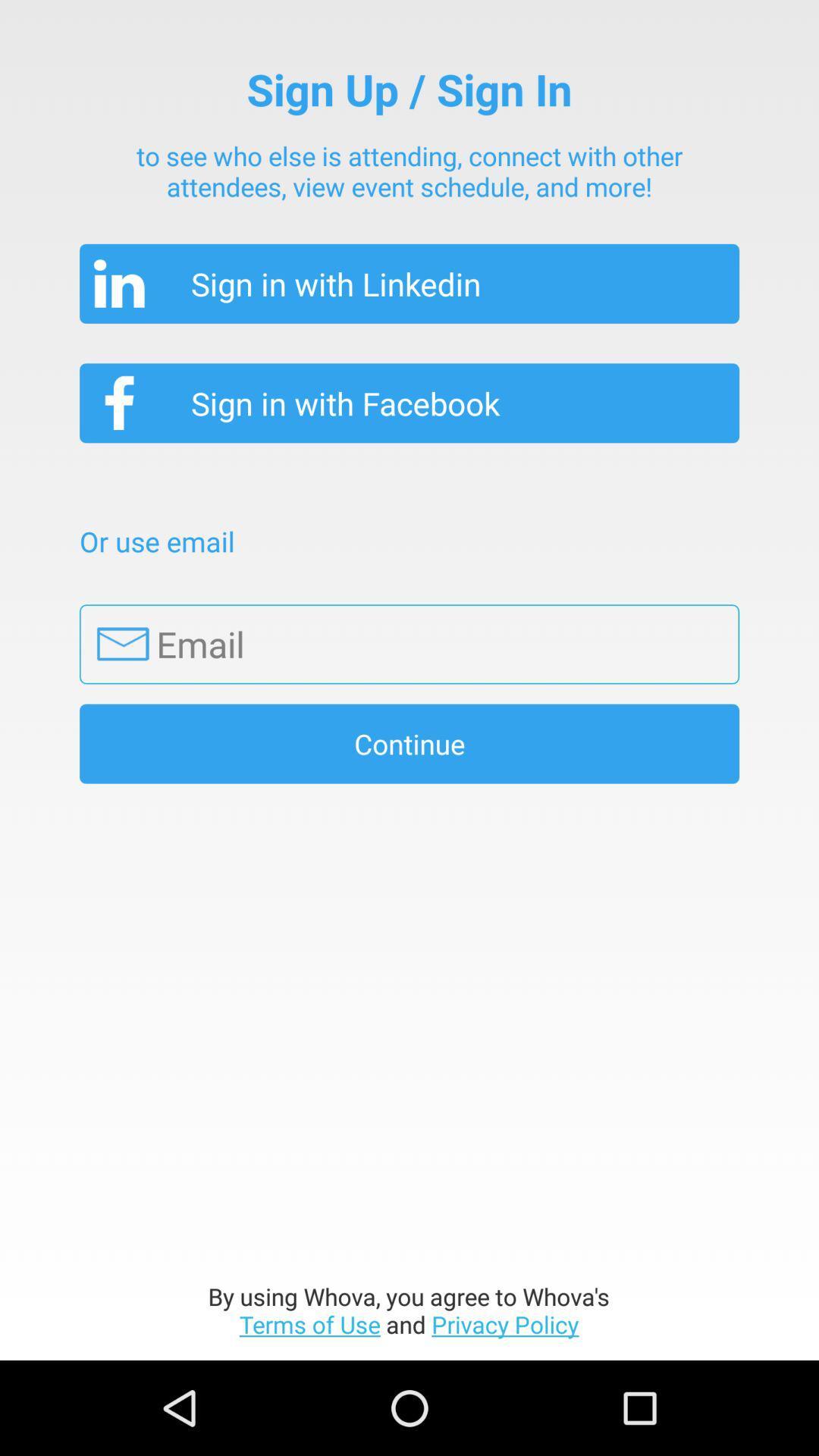 Image resolution: width=819 pixels, height=1456 pixels. Describe the element at coordinates (409, 743) in the screenshot. I see `continue` at that location.